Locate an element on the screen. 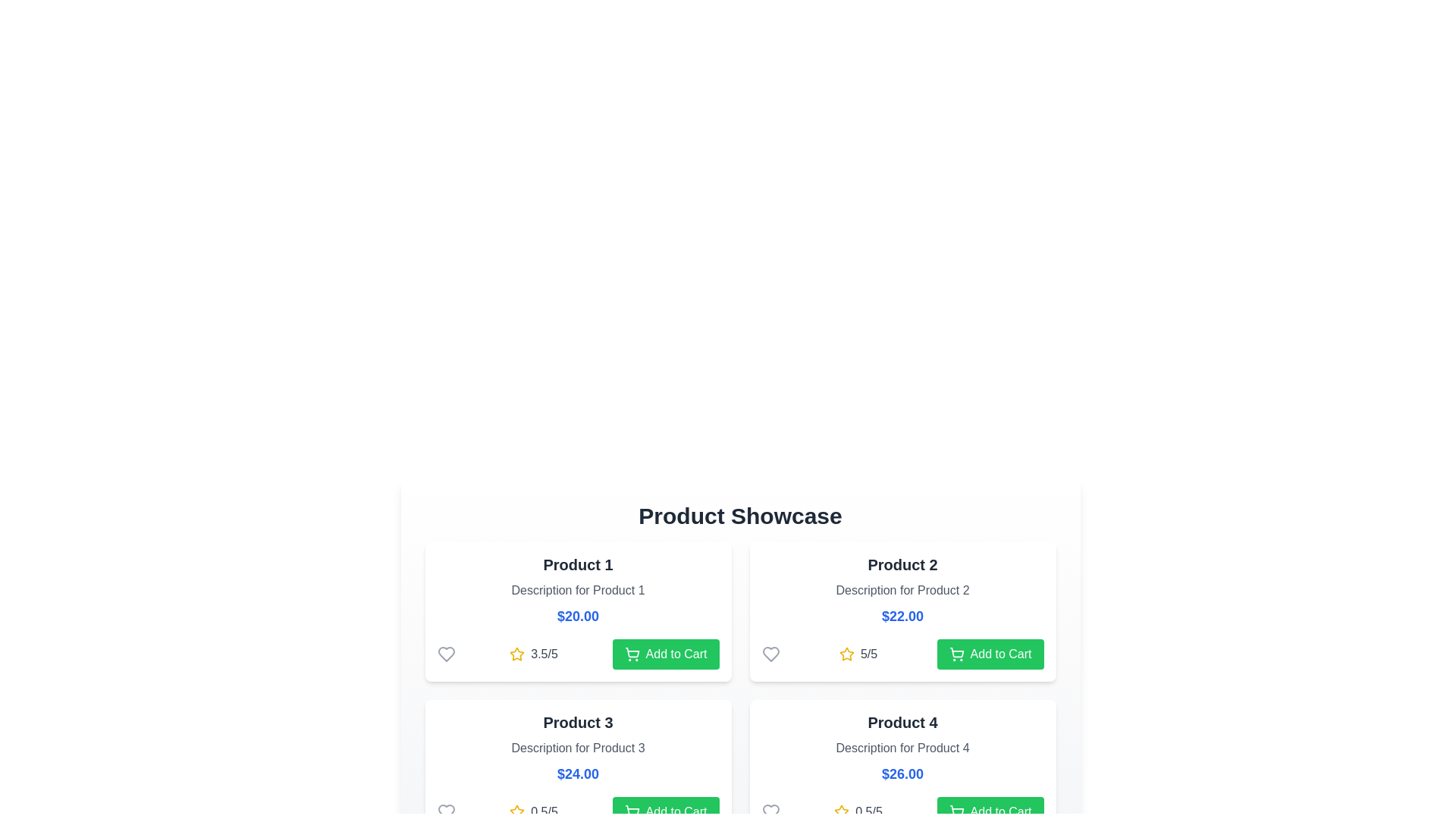  the rating icon that visually indicates a full rating state, positioned to the left of the '5/5' label, for accessibility purposes is located at coordinates (846, 654).